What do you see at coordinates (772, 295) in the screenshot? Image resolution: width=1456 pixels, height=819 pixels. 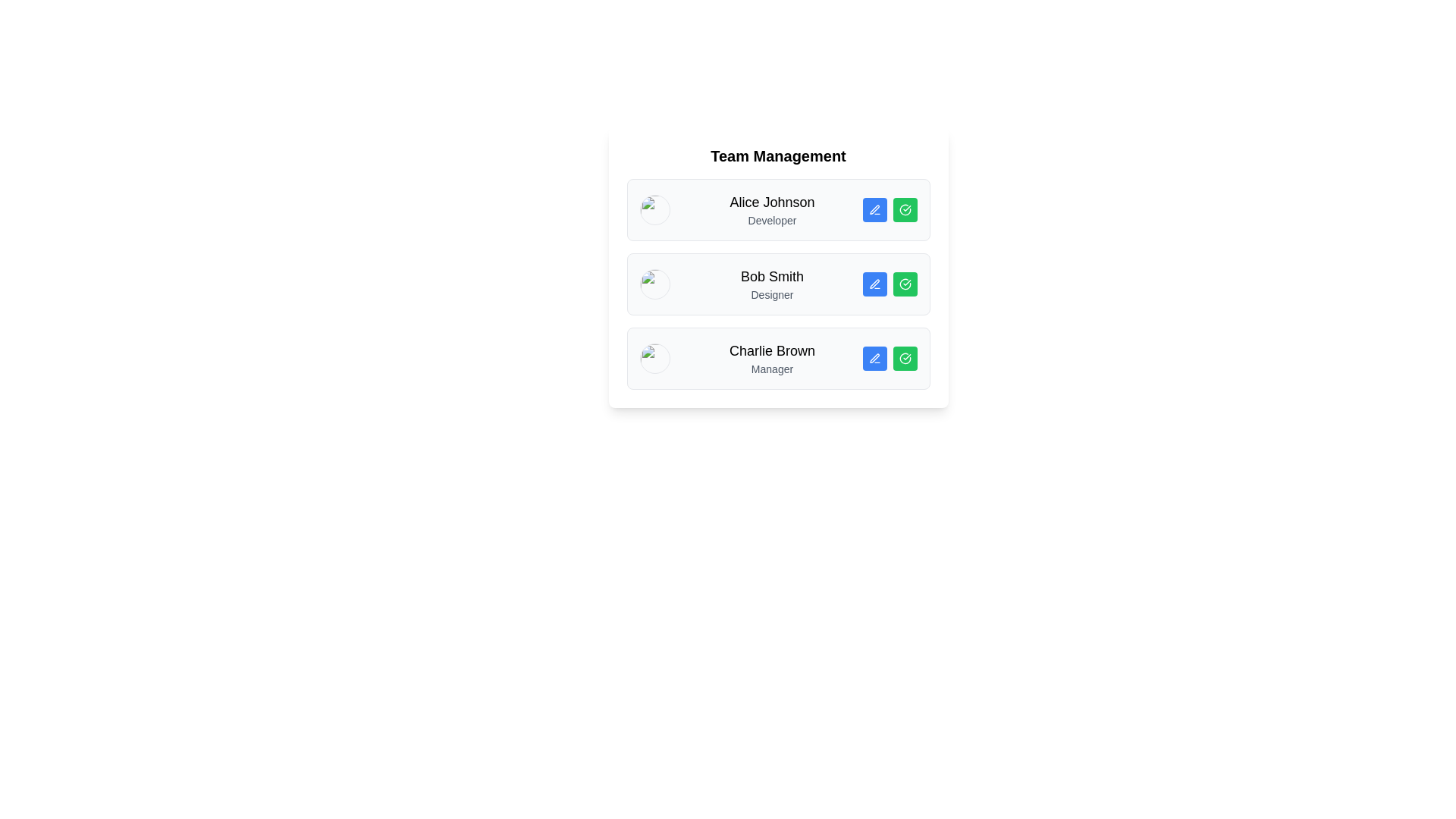 I see `the text label containing the word 'designer' in lowercase letters, which is styled in gray and located beneath the larger text label 'Bob Smith'` at bounding box center [772, 295].